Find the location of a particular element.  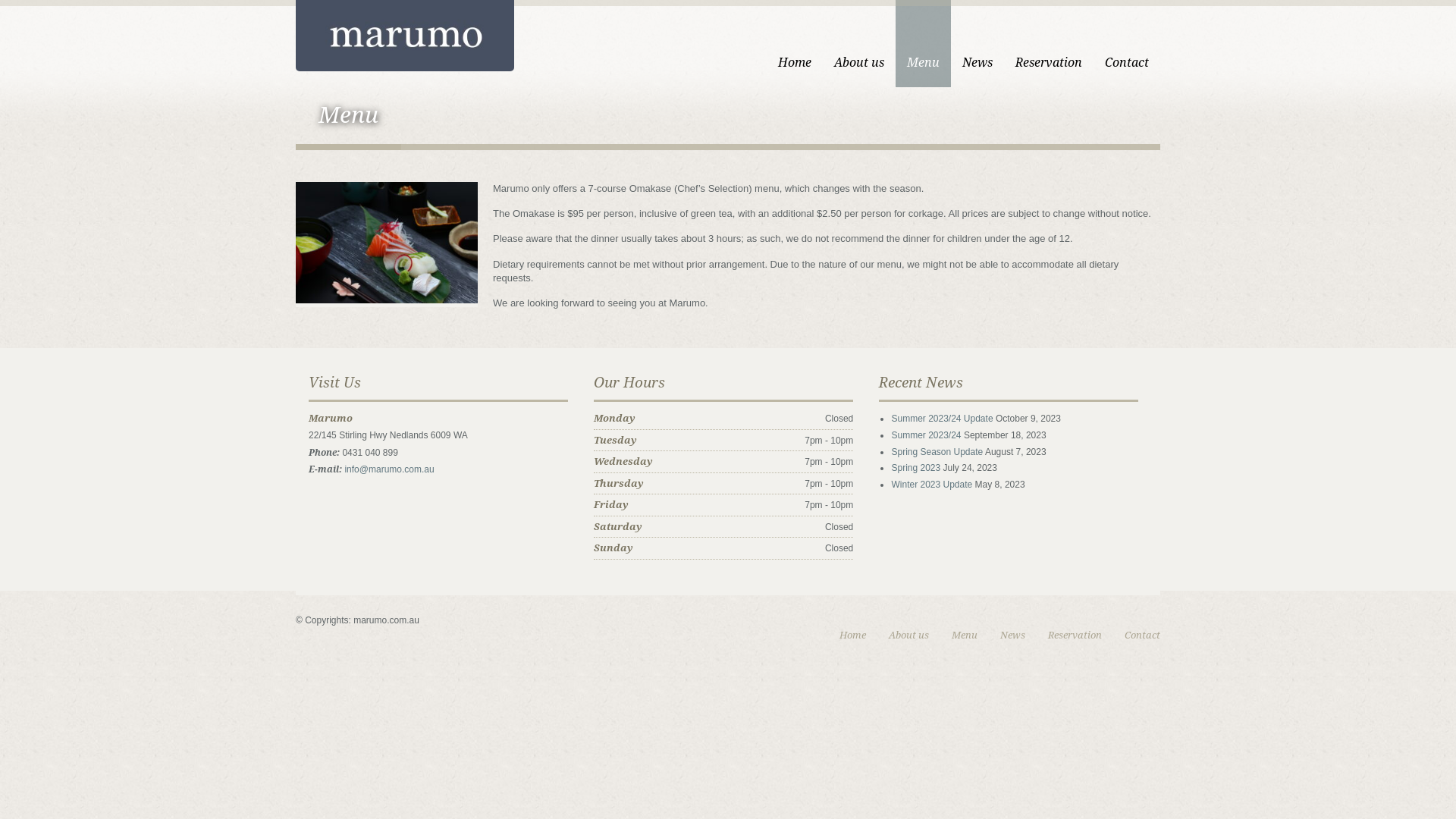

'Reservation' is located at coordinates (1074, 635).